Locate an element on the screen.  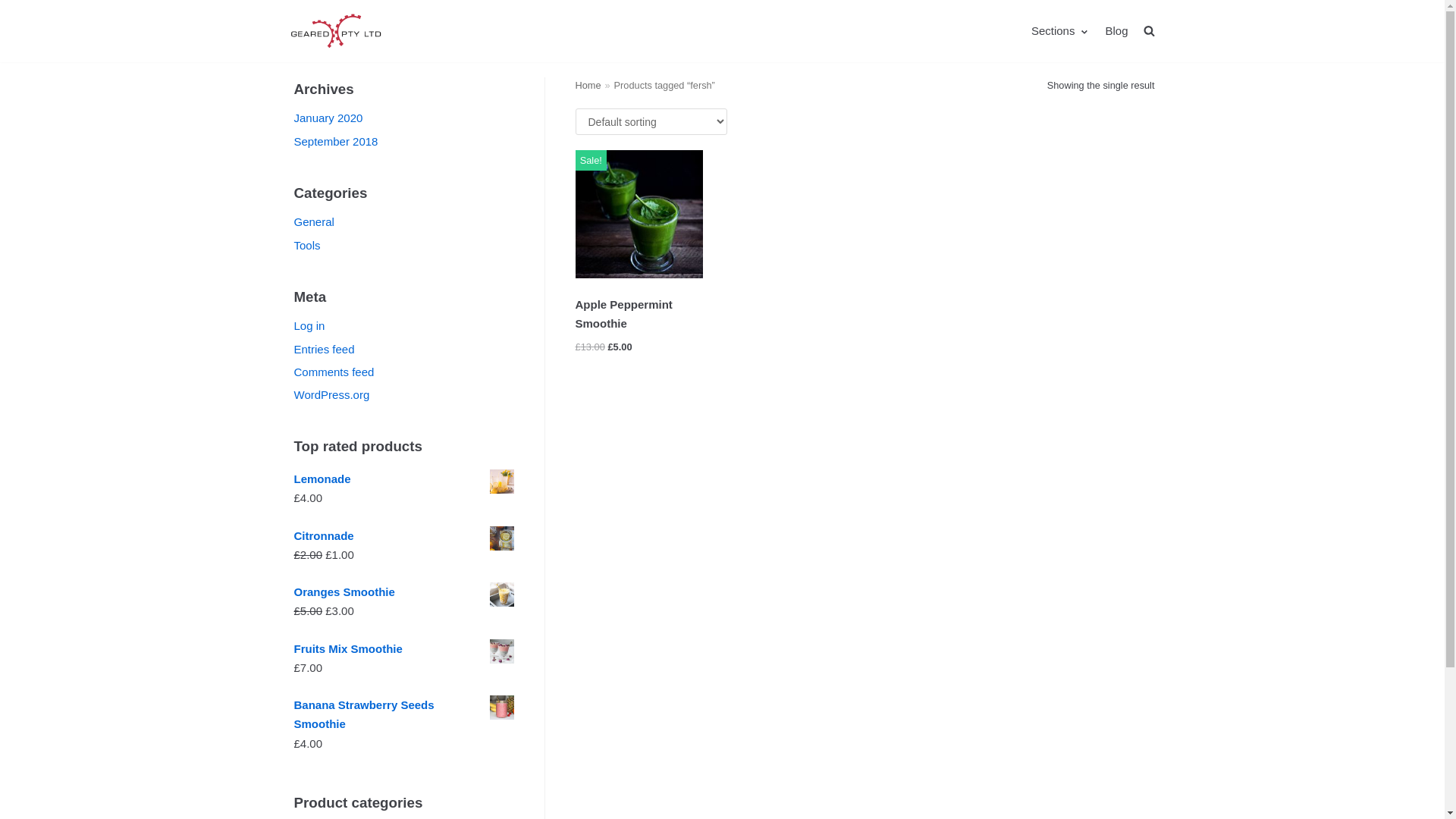
'Skip to content' is located at coordinates (14, 8).